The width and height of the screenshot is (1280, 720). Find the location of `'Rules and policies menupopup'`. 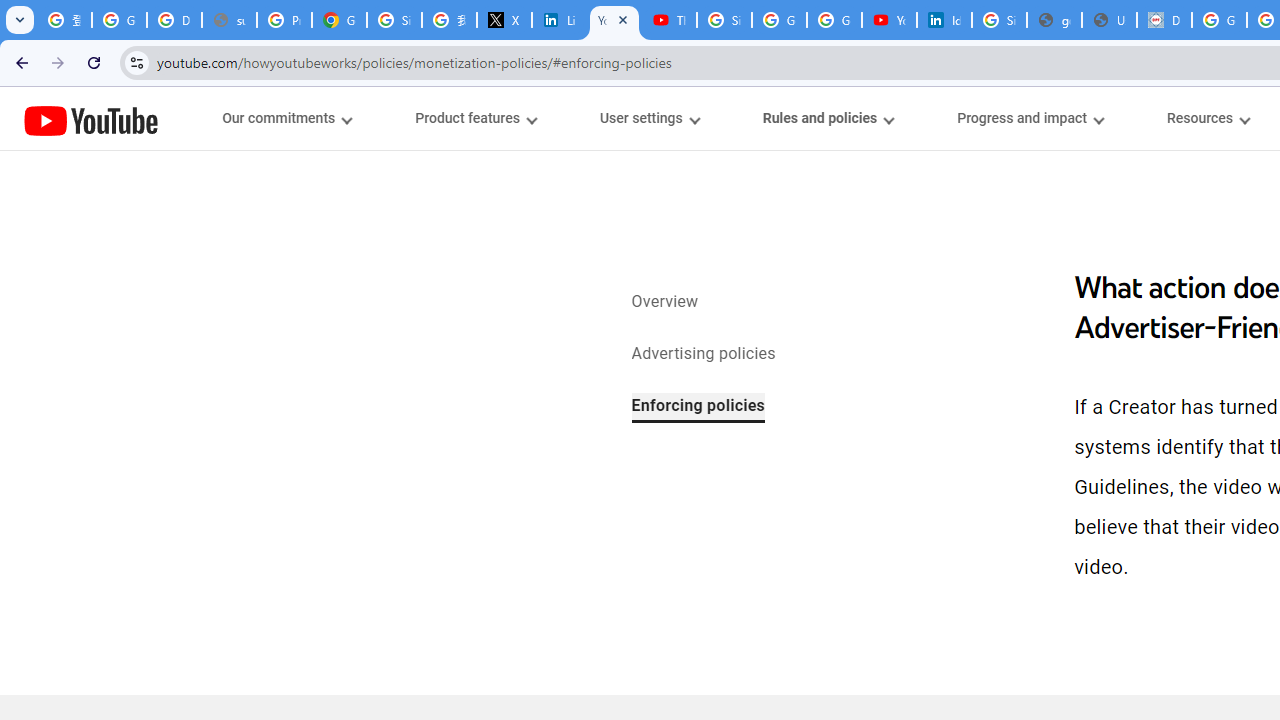

'Rules and policies menupopup' is located at coordinates (827, 118).